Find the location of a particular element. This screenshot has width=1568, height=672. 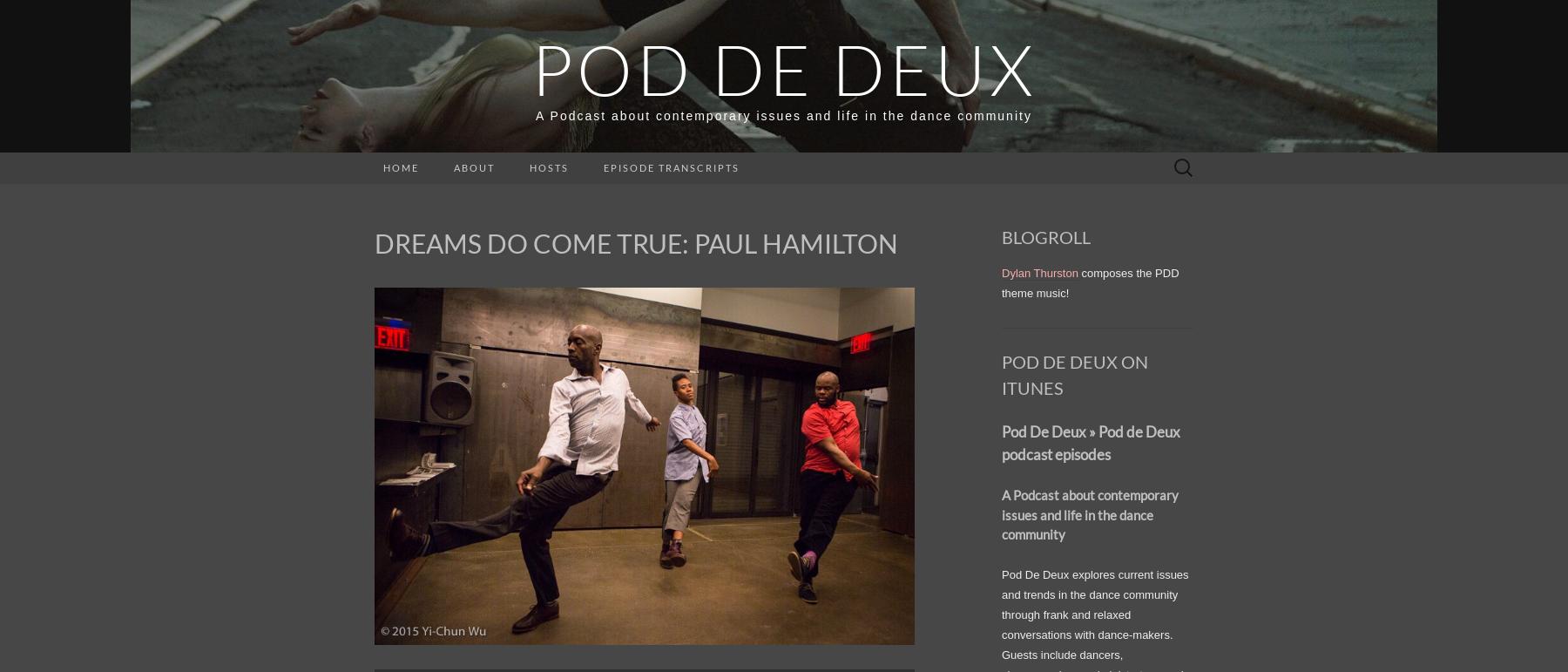

'DREAMS DO COME TRUE: PAUL HAMILTON' is located at coordinates (635, 242).